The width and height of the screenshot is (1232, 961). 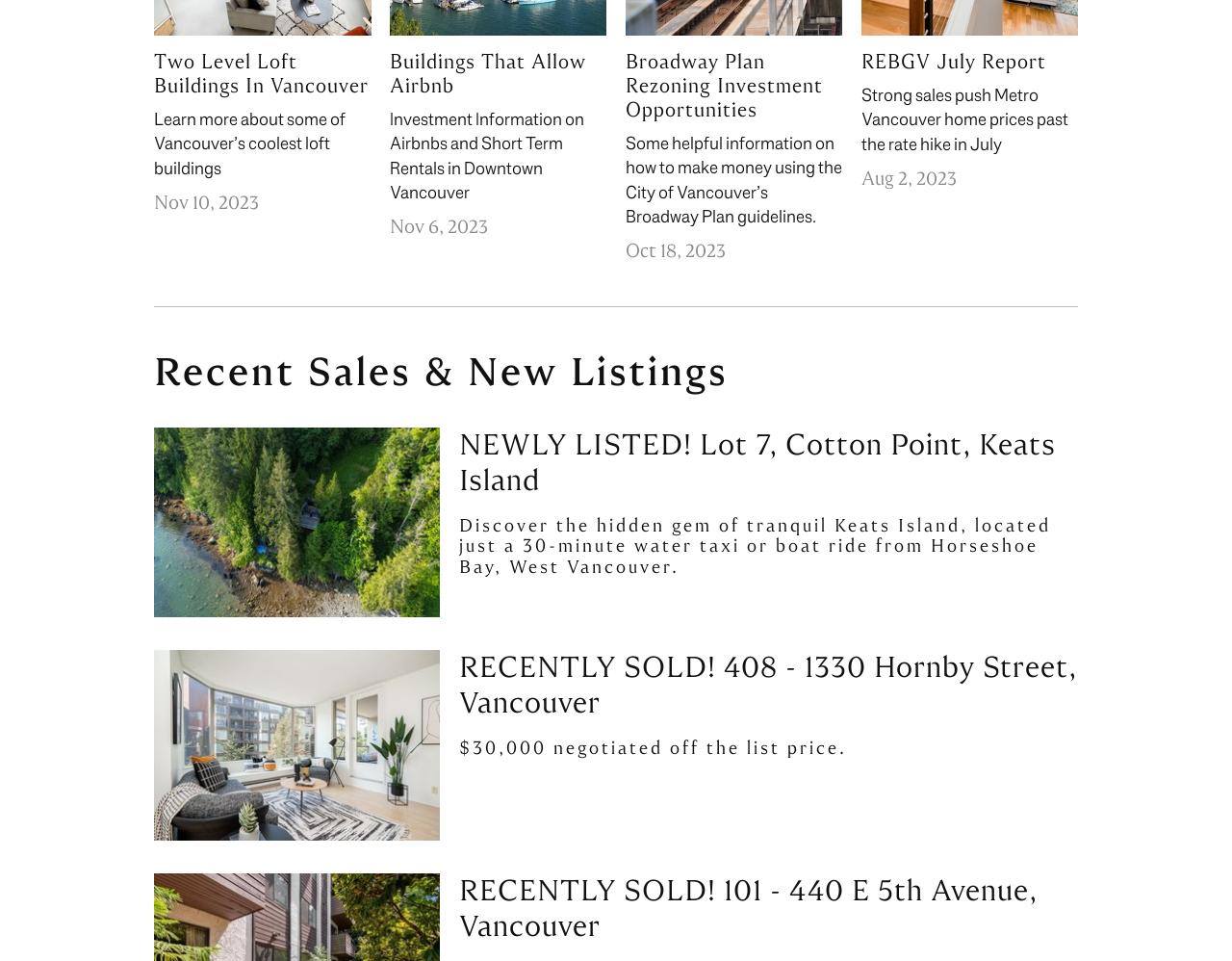 What do you see at coordinates (154, 201) in the screenshot?
I see `'Nov 10, 2023'` at bounding box center [154, 201].